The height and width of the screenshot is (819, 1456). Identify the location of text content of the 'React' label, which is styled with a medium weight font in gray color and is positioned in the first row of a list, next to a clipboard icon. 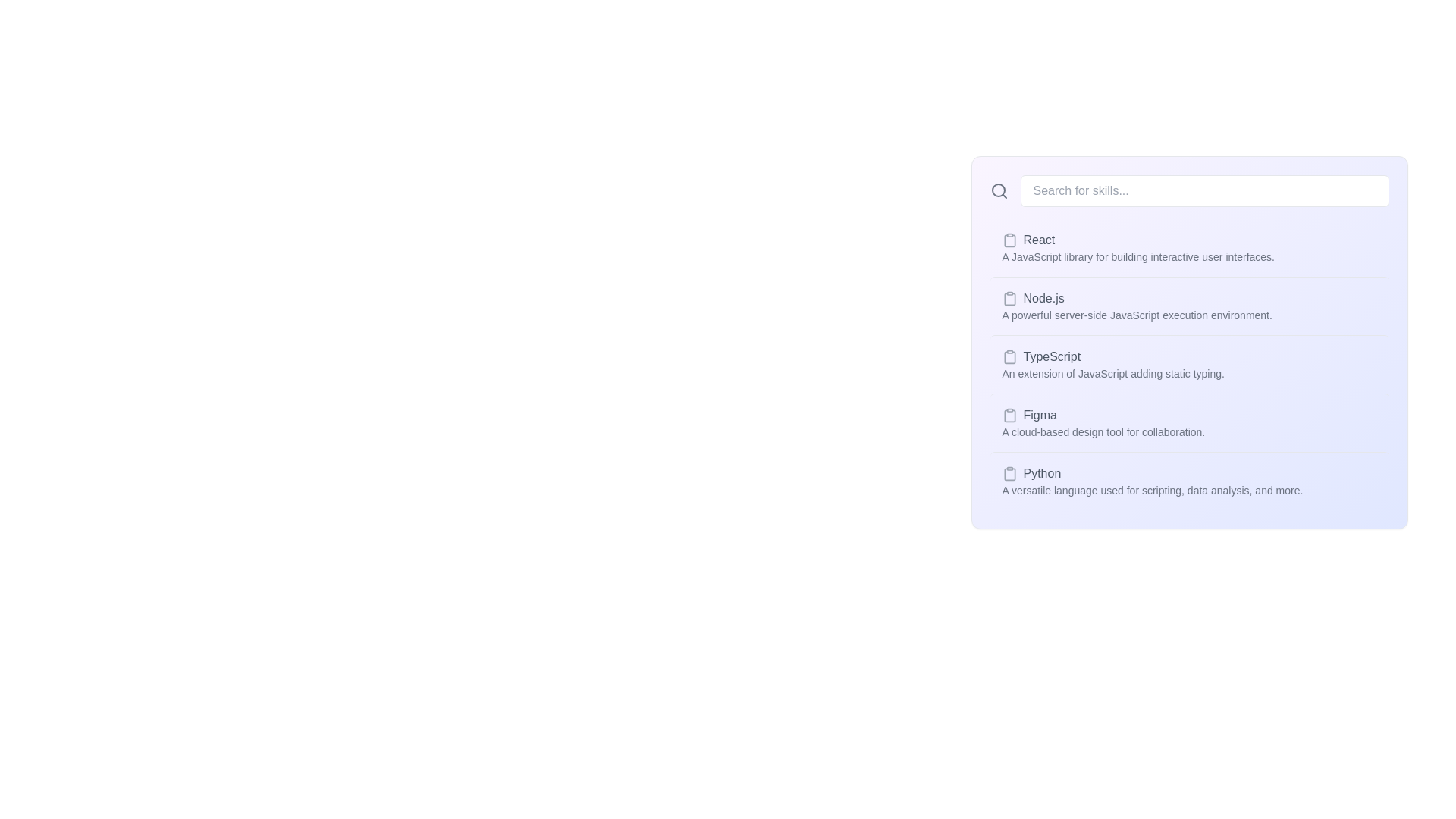
(1038, 239).